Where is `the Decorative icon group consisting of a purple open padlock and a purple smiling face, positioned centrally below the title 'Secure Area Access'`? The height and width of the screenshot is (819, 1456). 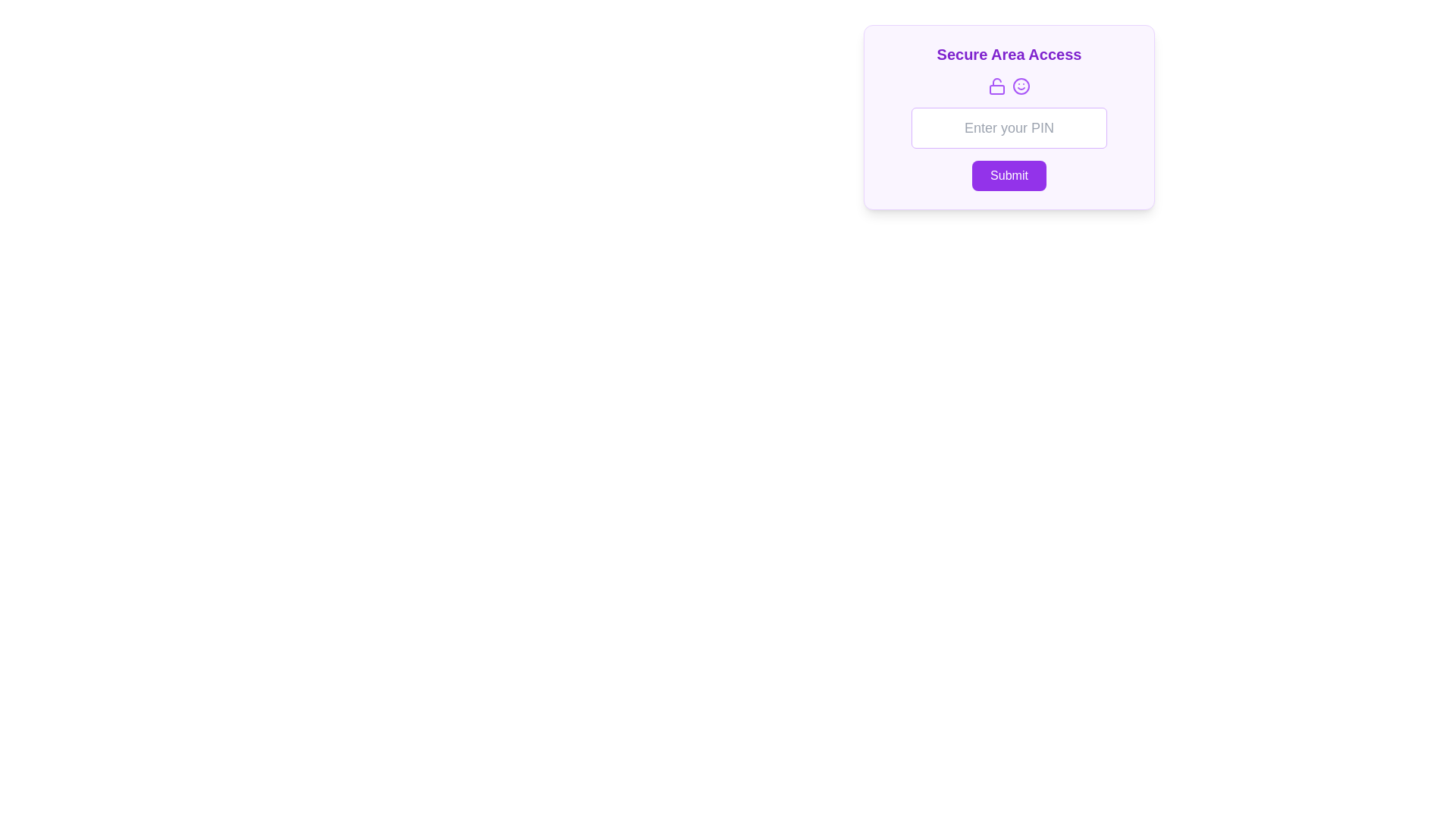 the Decorative icon group consisting of a purple open padlock and a purple smiling face, positioned centrally below the title 'Secure Area Access' is located at coordinates (1009, 86).